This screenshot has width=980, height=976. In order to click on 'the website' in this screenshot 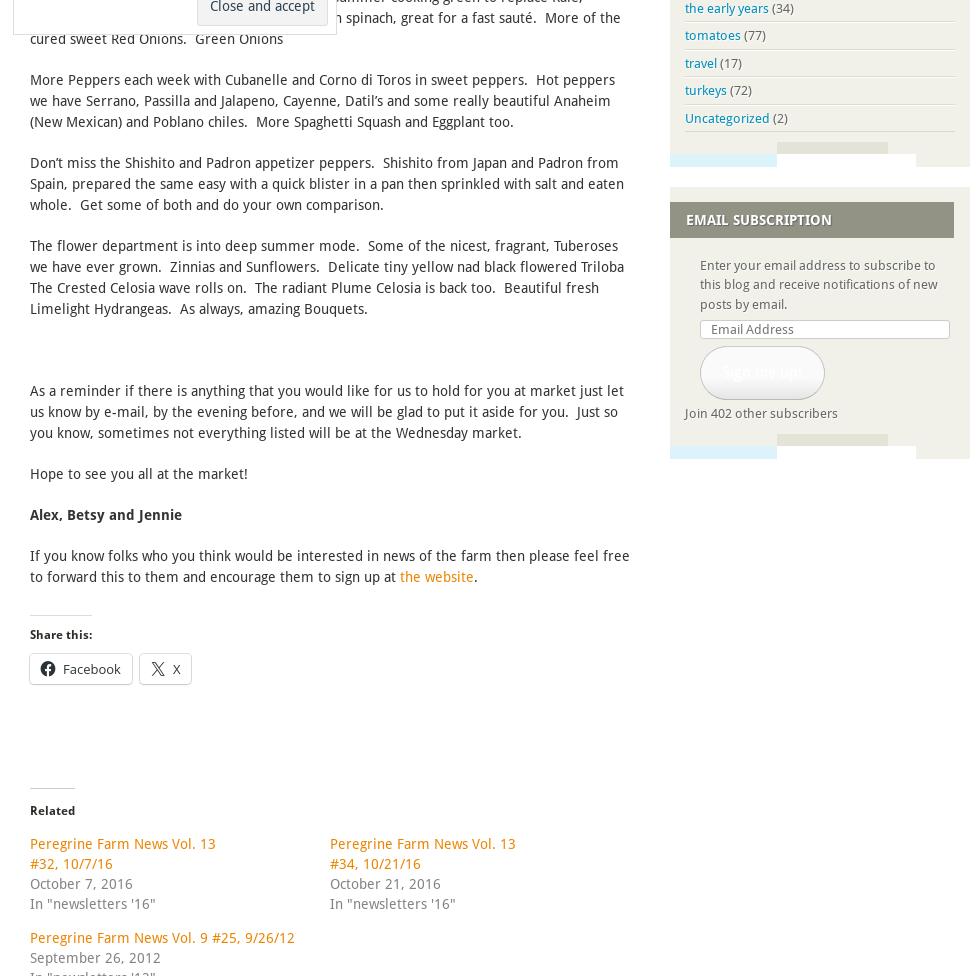, I will do `click(436, 576)`.